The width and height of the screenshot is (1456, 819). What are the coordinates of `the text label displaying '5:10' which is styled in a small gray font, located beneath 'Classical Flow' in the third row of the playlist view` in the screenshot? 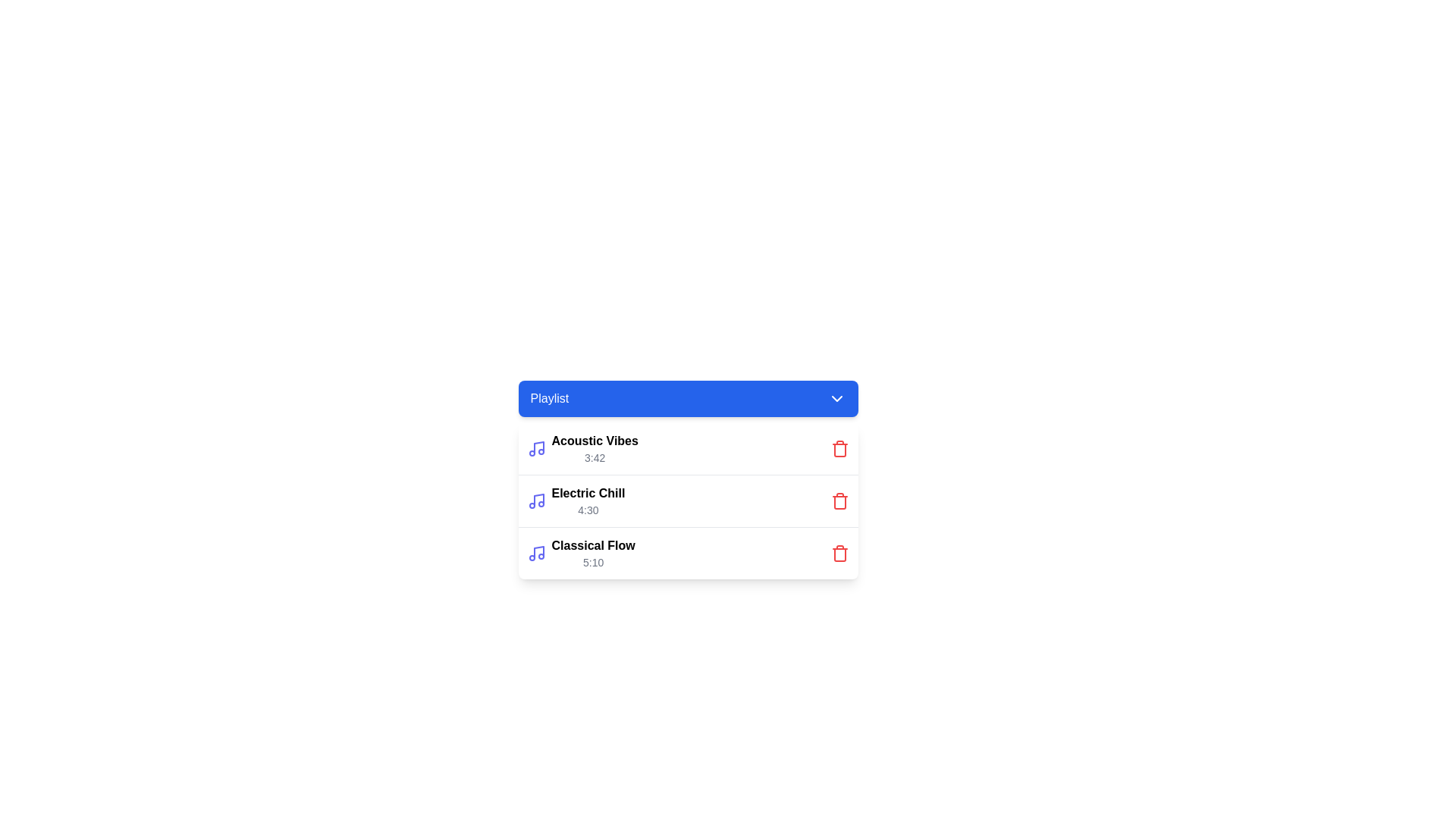 It's located at (592, 562).